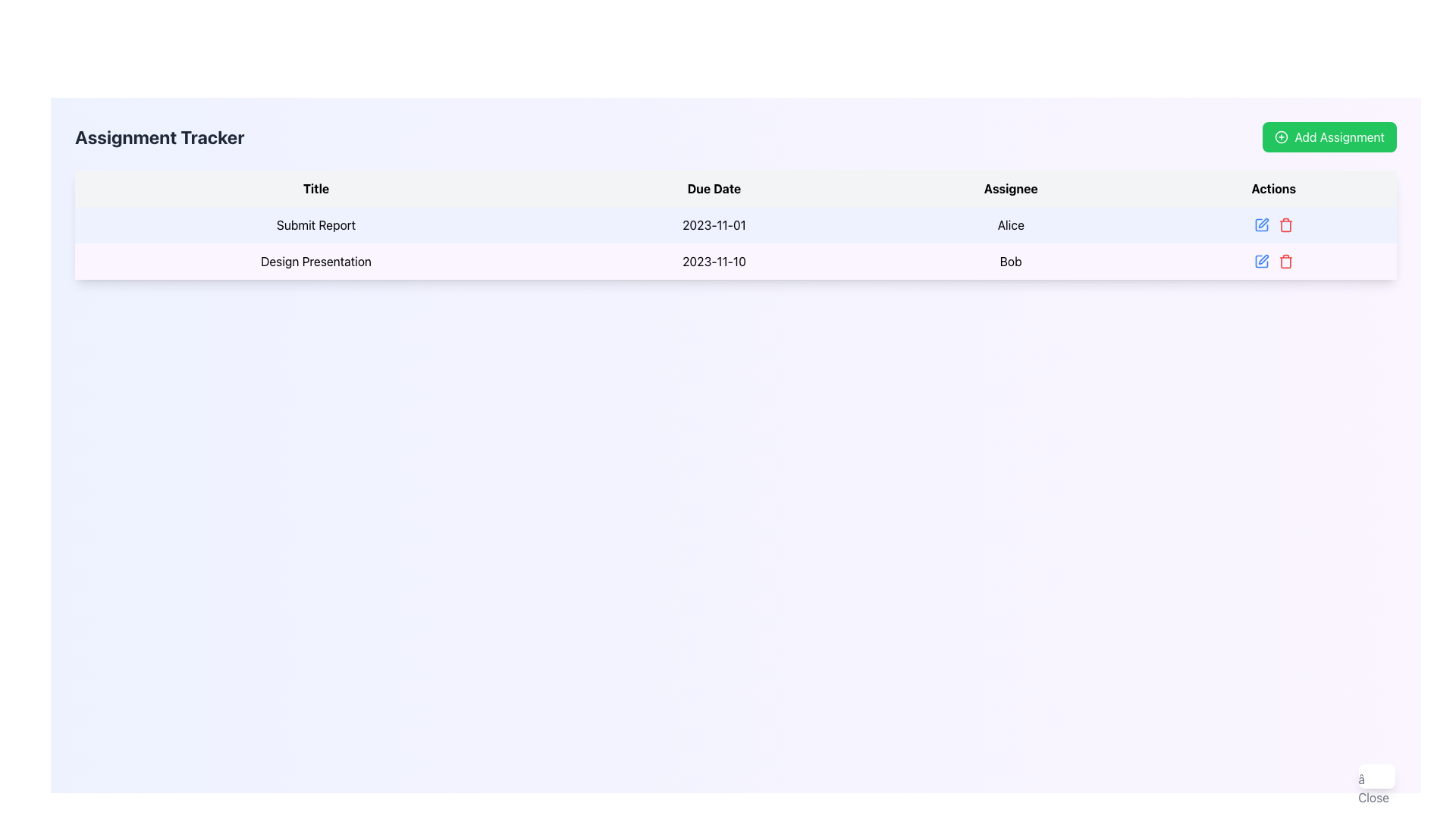  What do you see at coordinates (315, 260) in the screenshot?
I see `the Text Label in the second row of the table under the 'Title' column, which serves as the title or description of a specific task or assignment` at bounding box center [315, 260].